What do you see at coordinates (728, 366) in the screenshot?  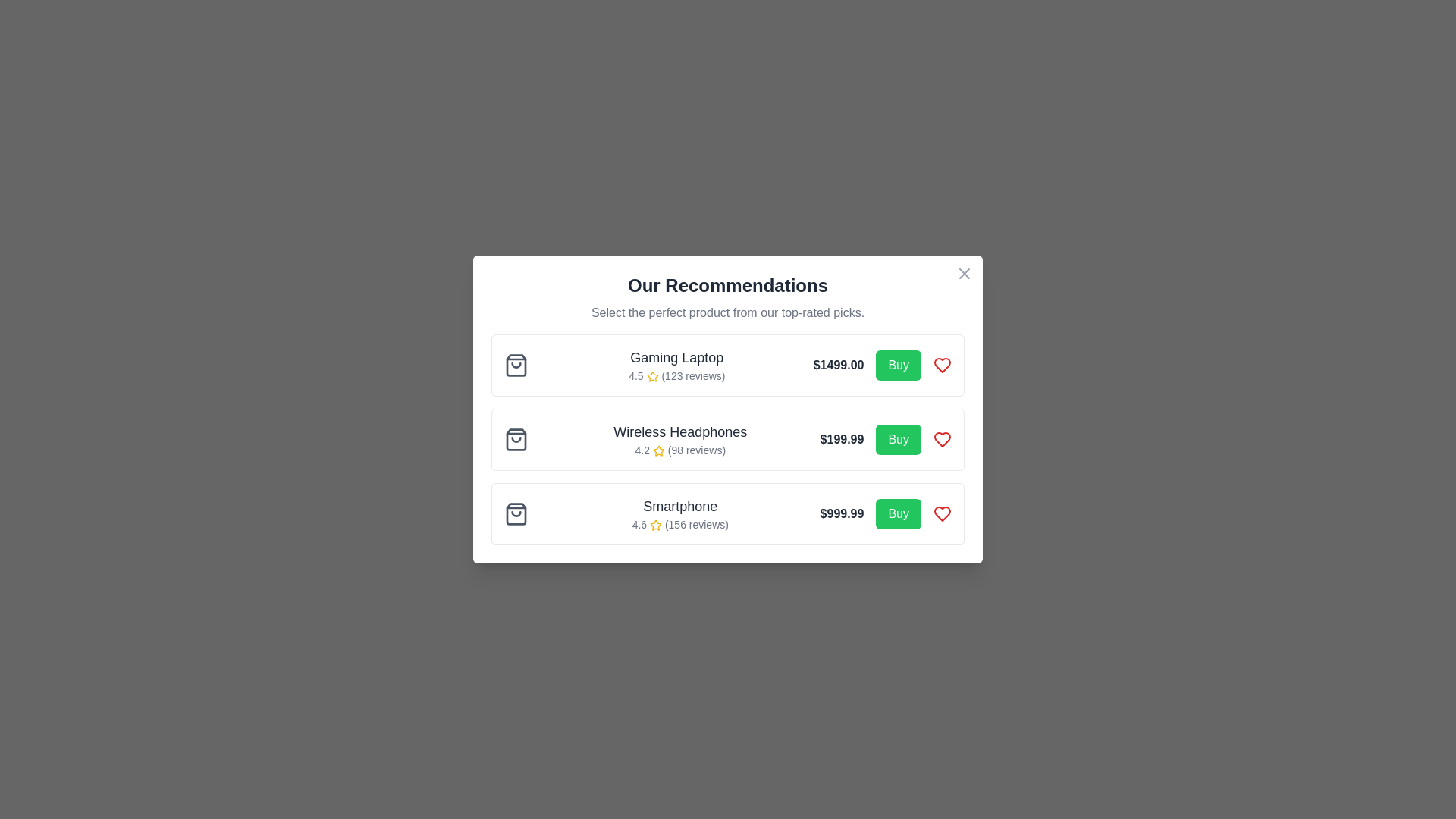 I see `the product card at the top of the list of recommendations in the modal window` at bounding box center [728, 366].